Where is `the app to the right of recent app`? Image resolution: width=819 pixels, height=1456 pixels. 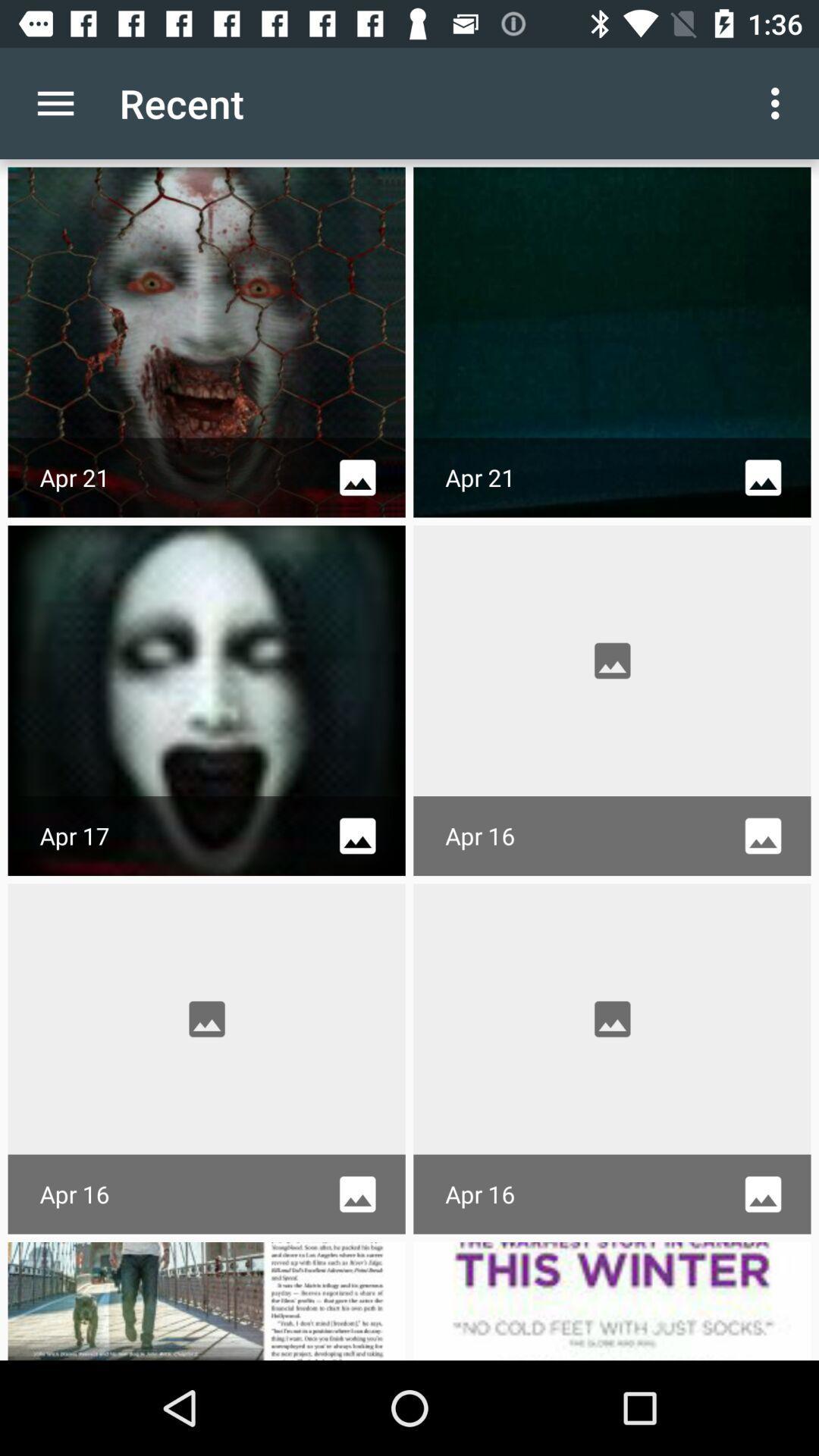 the app to the right of recent app is located at coordinates (779, 102).